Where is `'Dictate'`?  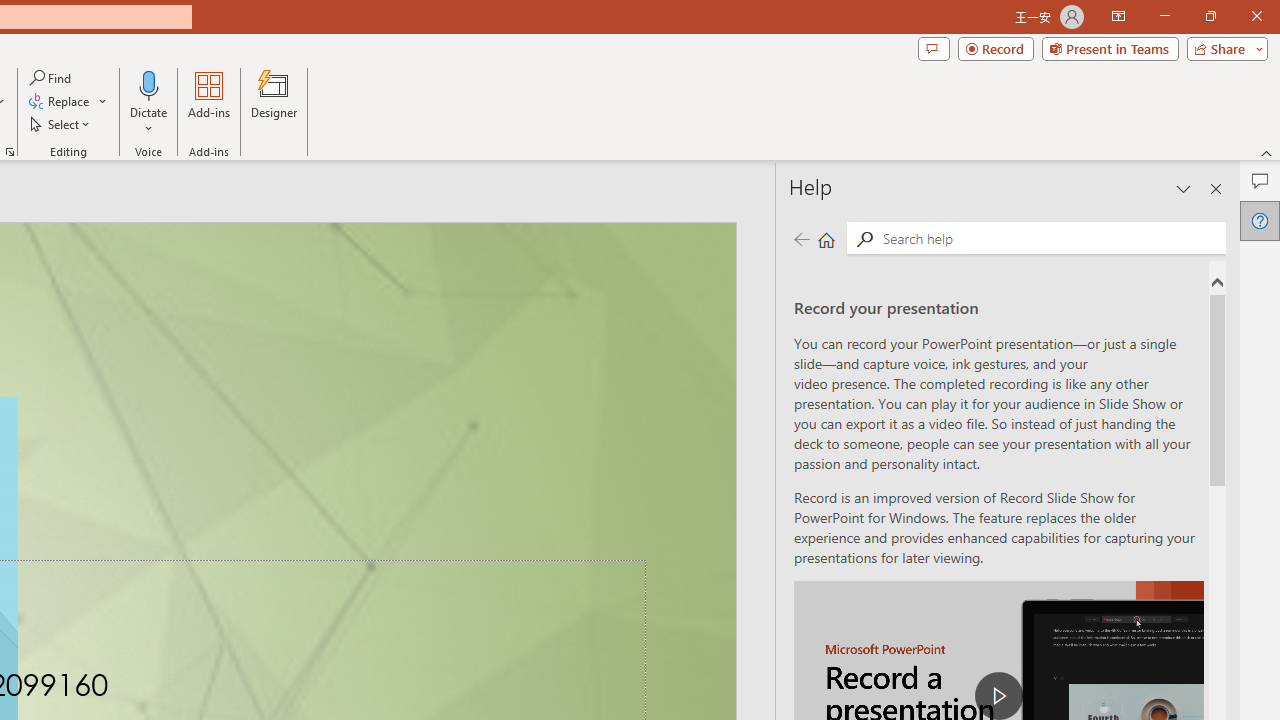 'Dictate' is located at coordinates (148, 84).